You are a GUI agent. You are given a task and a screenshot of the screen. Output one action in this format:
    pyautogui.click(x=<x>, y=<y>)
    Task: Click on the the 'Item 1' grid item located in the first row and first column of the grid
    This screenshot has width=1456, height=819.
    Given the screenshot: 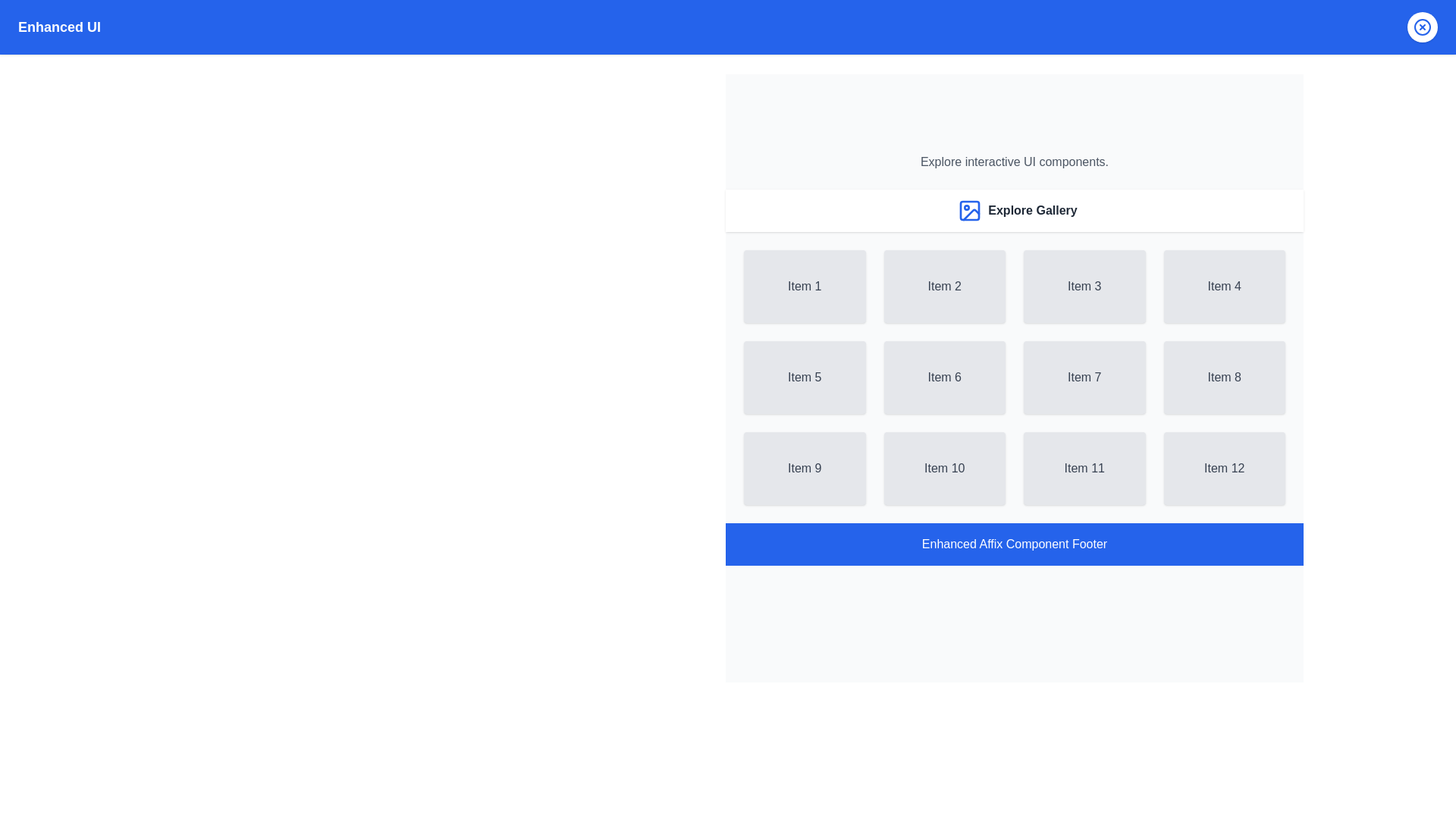 What is the action you would take?
    pyautogui.click(x=804, y=287)
    